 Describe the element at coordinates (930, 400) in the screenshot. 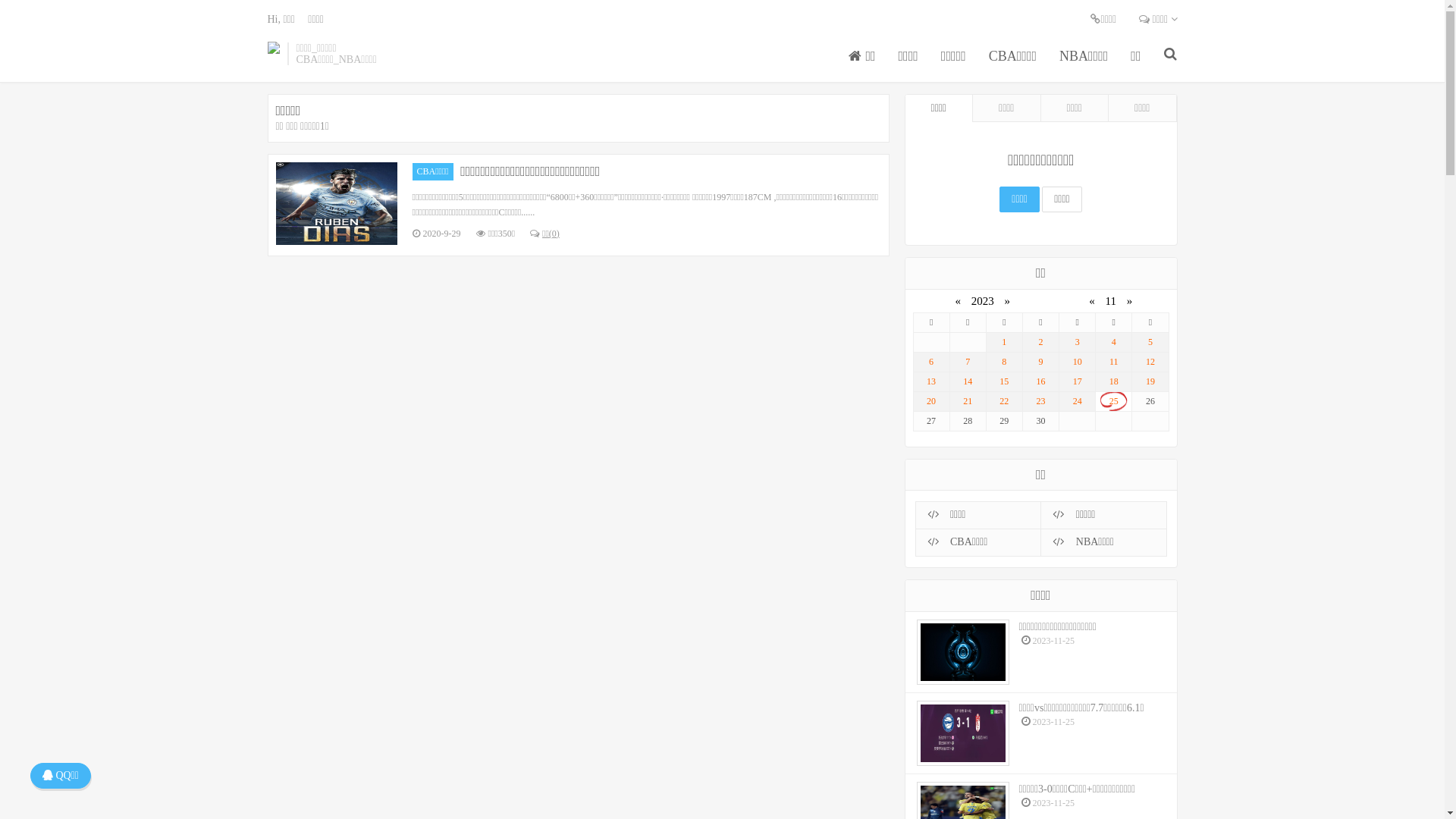

I see `'20'` at that location.